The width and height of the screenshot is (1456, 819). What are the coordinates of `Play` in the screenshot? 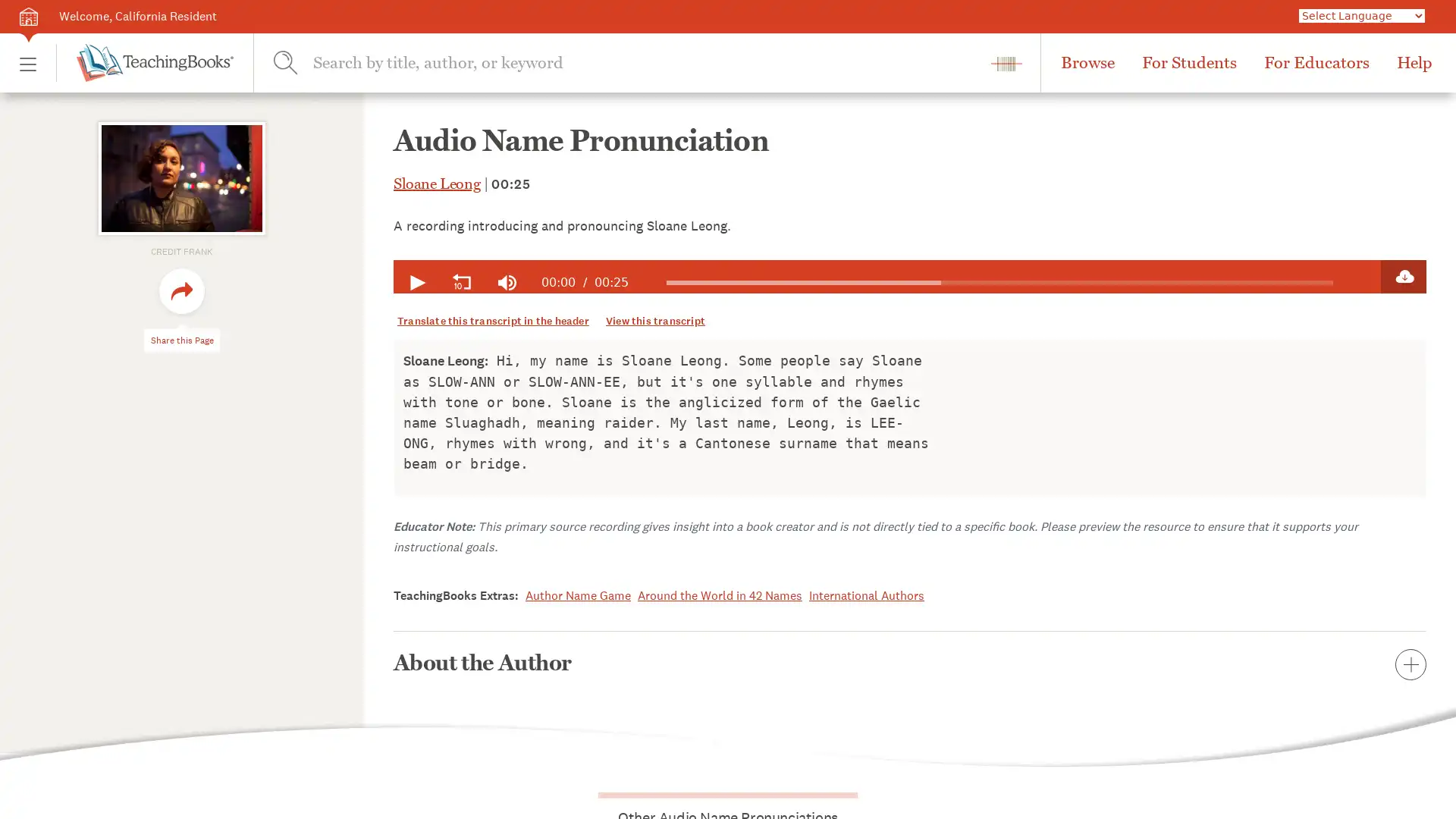 It's located at (416, 283).